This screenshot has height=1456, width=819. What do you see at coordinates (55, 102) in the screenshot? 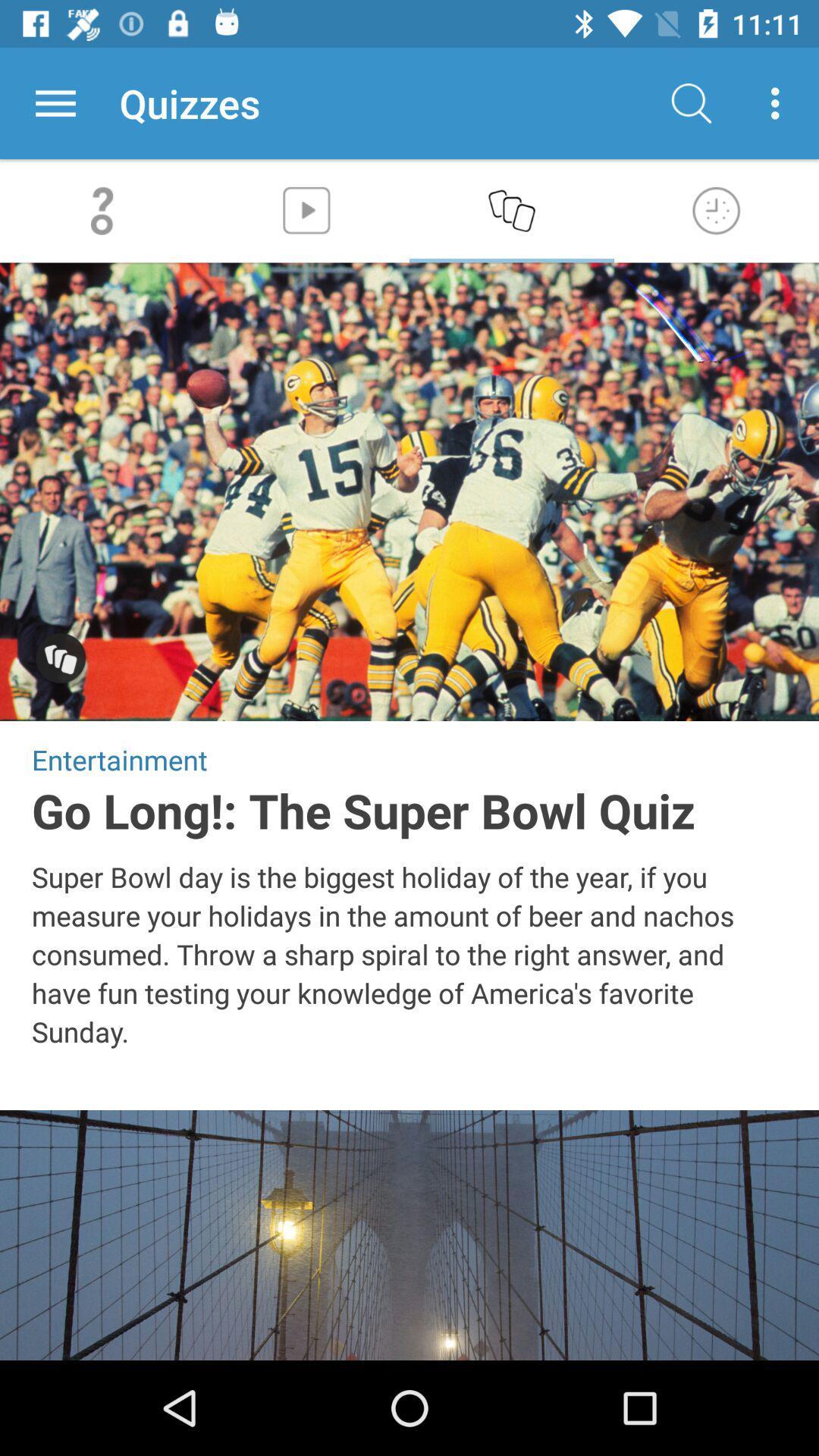
I see `to choose the files` at bounding box center [55, 102].